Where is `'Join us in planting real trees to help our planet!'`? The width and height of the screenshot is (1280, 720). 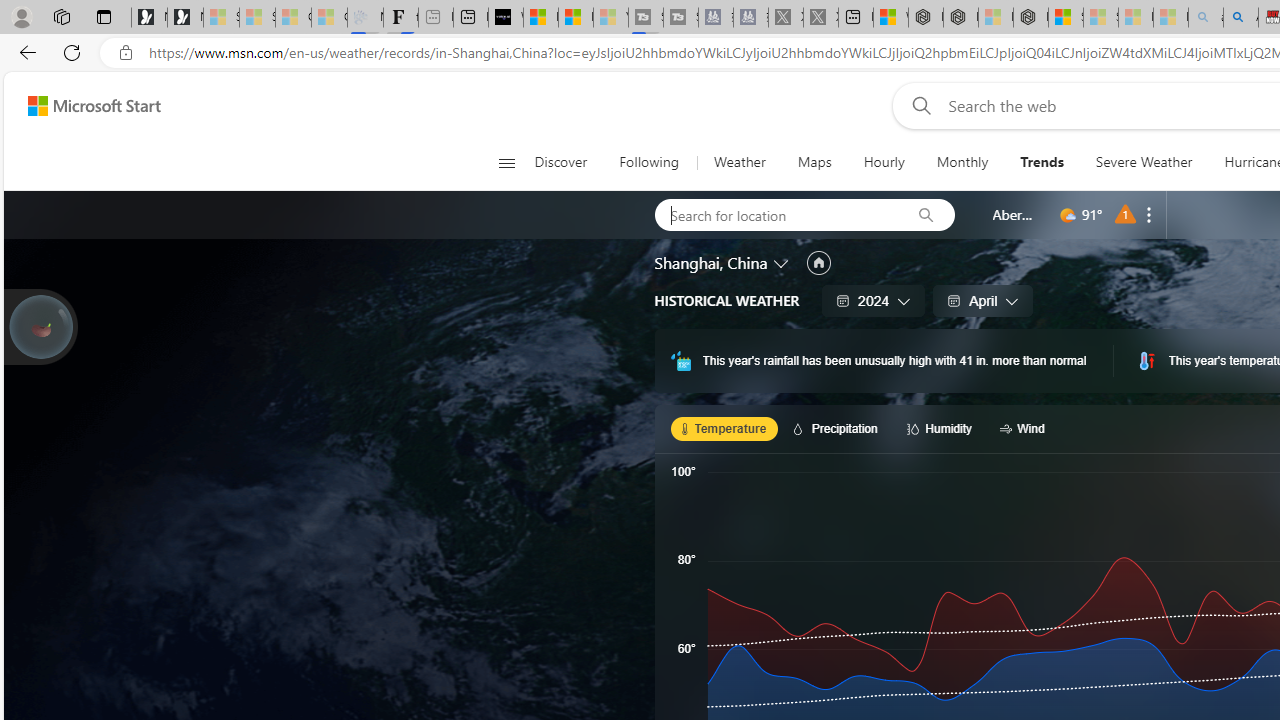
'Join us in planting real trees to help our planet!' is located at coordinates (40, 324).